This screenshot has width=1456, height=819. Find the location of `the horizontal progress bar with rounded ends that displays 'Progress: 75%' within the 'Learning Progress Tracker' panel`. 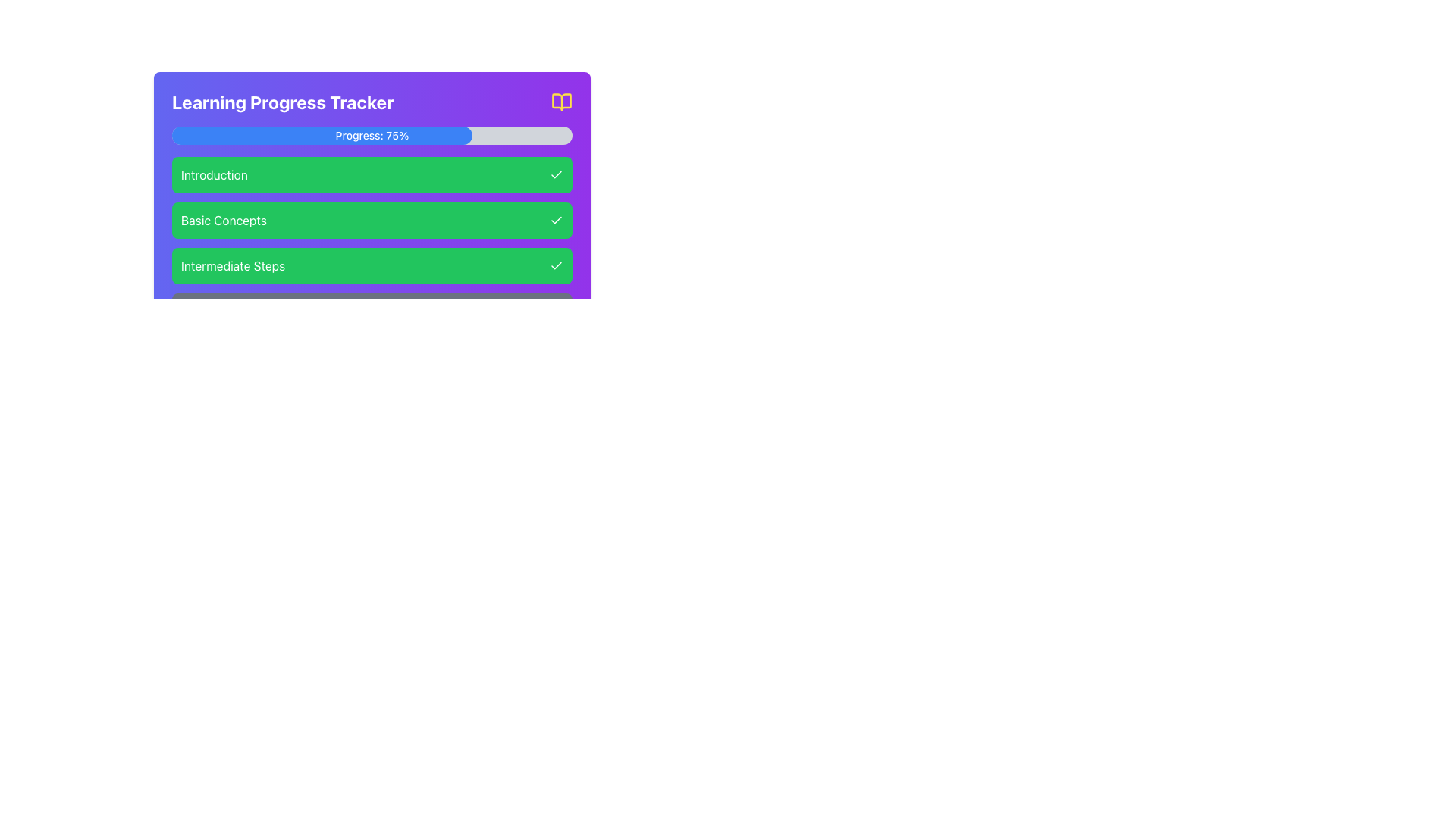

the horizontal progress bar with rounded ends that displays 'Progress: 75%' within the 'Learning Progress Tracker' panel is located at coordinates (372, 134).